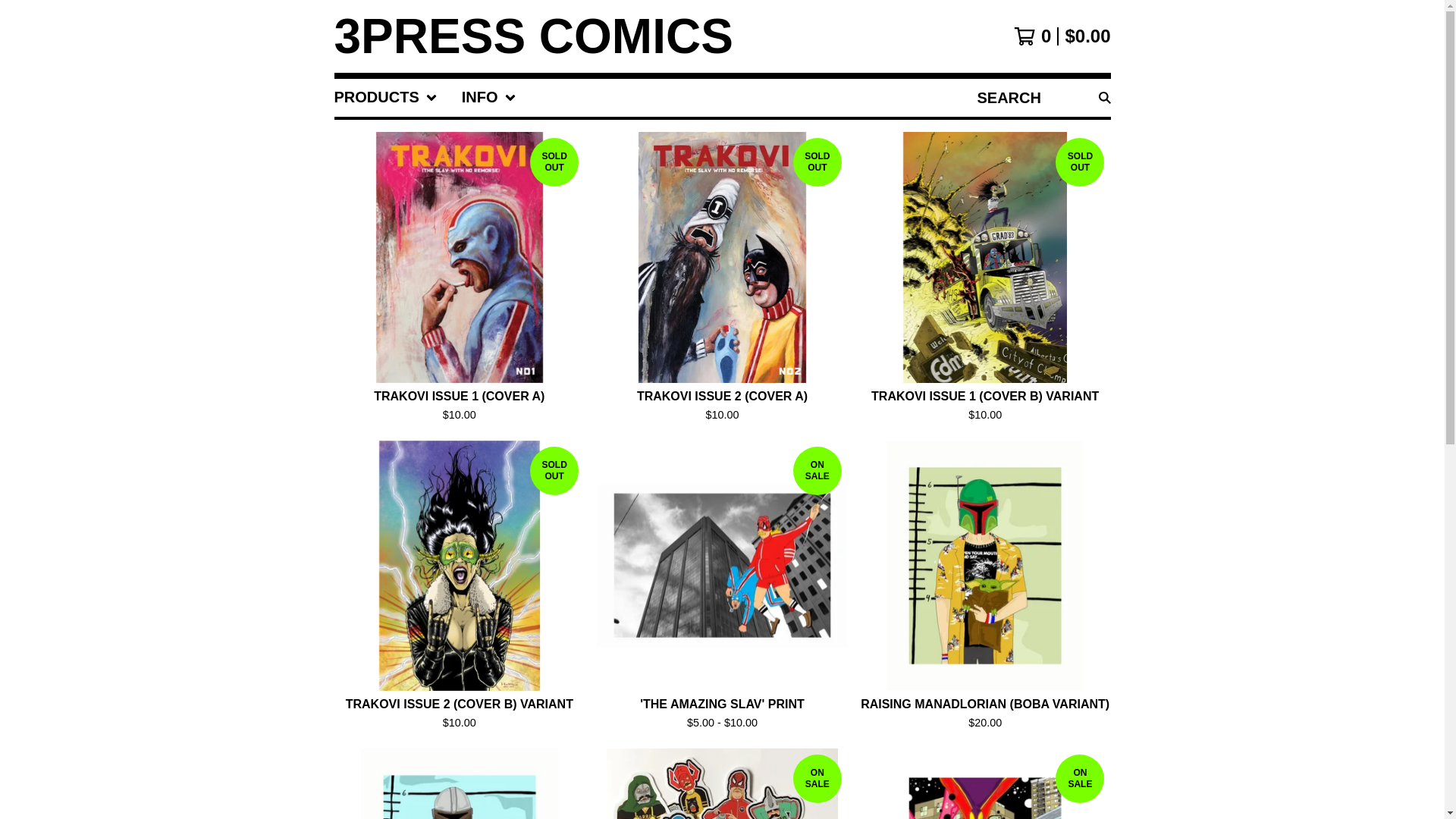  I want to click on 'SOLD OUT, so click(721, 280).